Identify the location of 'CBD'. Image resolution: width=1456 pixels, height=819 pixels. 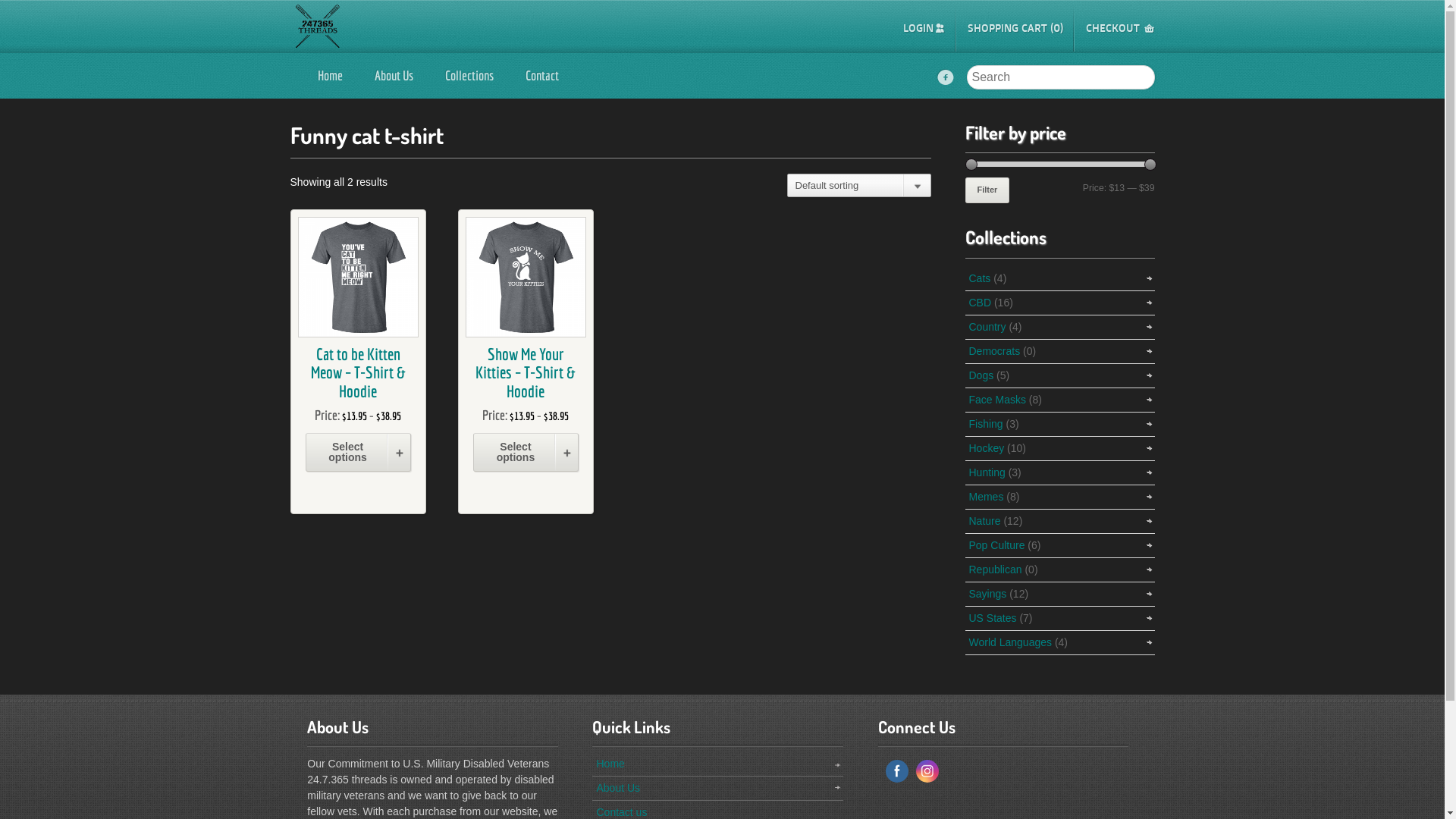
(980, 302).